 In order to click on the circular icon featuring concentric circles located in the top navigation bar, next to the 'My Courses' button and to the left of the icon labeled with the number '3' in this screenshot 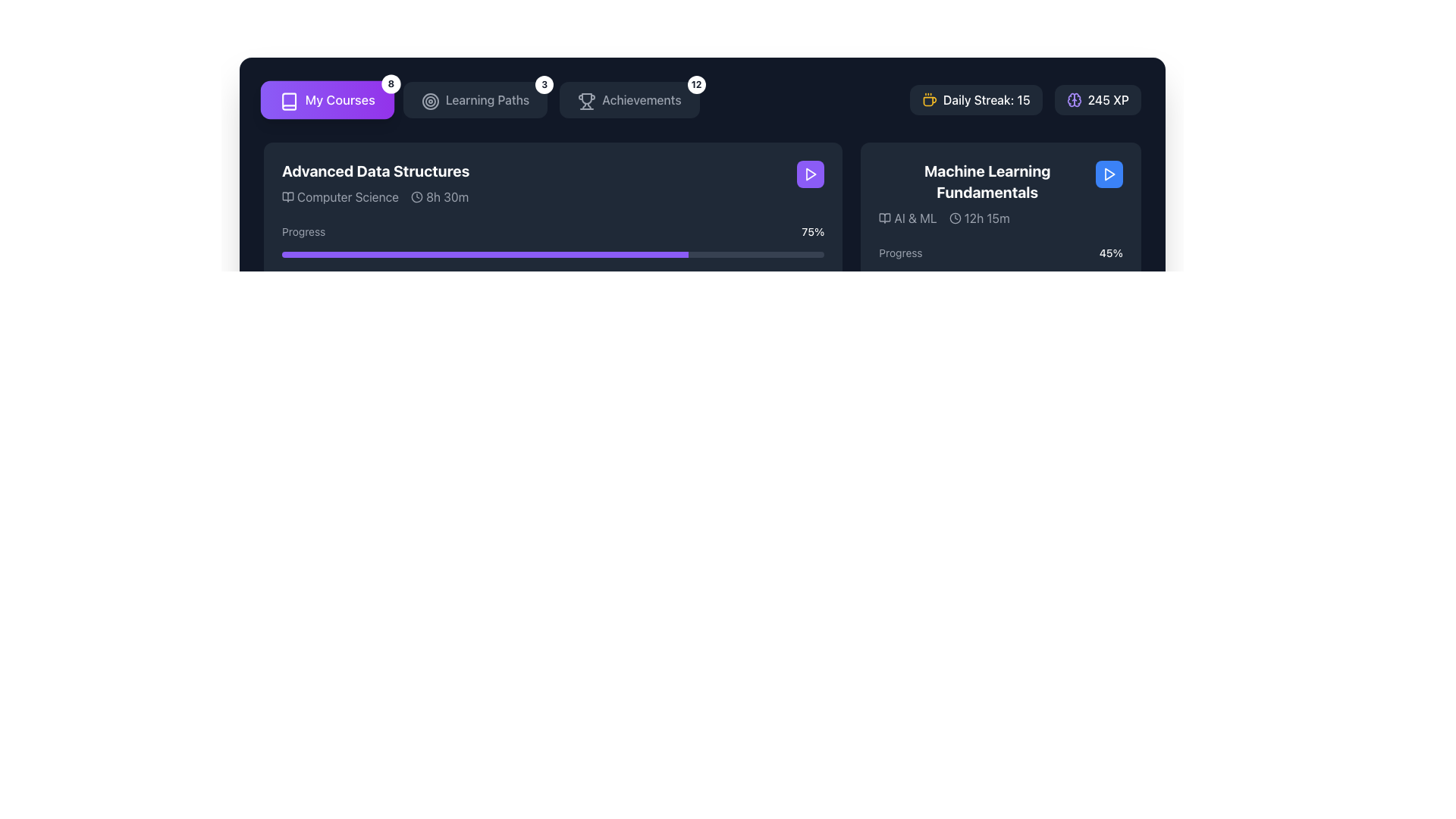, I will do `click(429, 102)`.